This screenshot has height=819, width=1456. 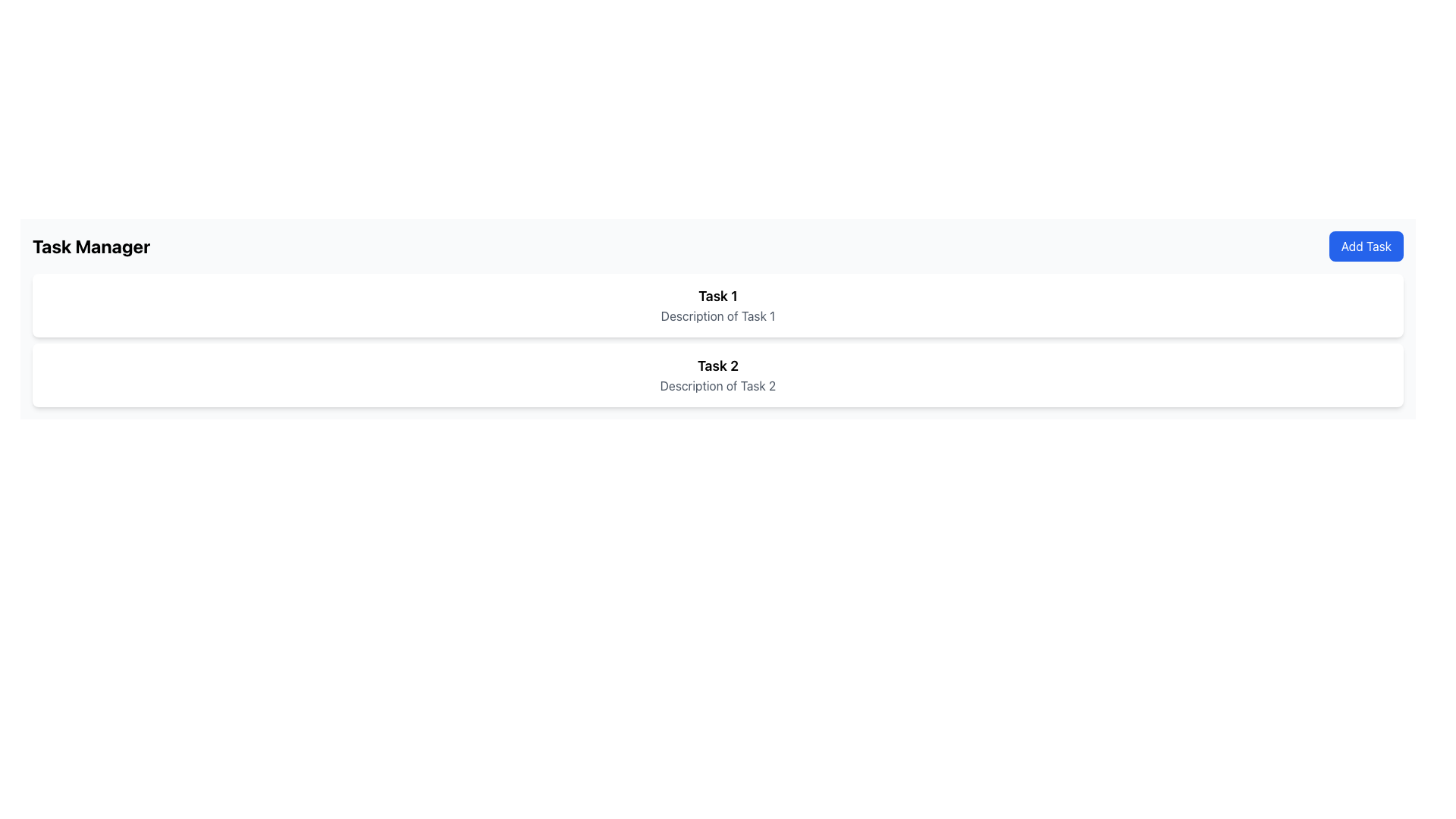 I want to click on text label displaying 'Description of Task 1' located directly below the 'Task 1' header in the first task card of the task list, so click(x=717, y=315).